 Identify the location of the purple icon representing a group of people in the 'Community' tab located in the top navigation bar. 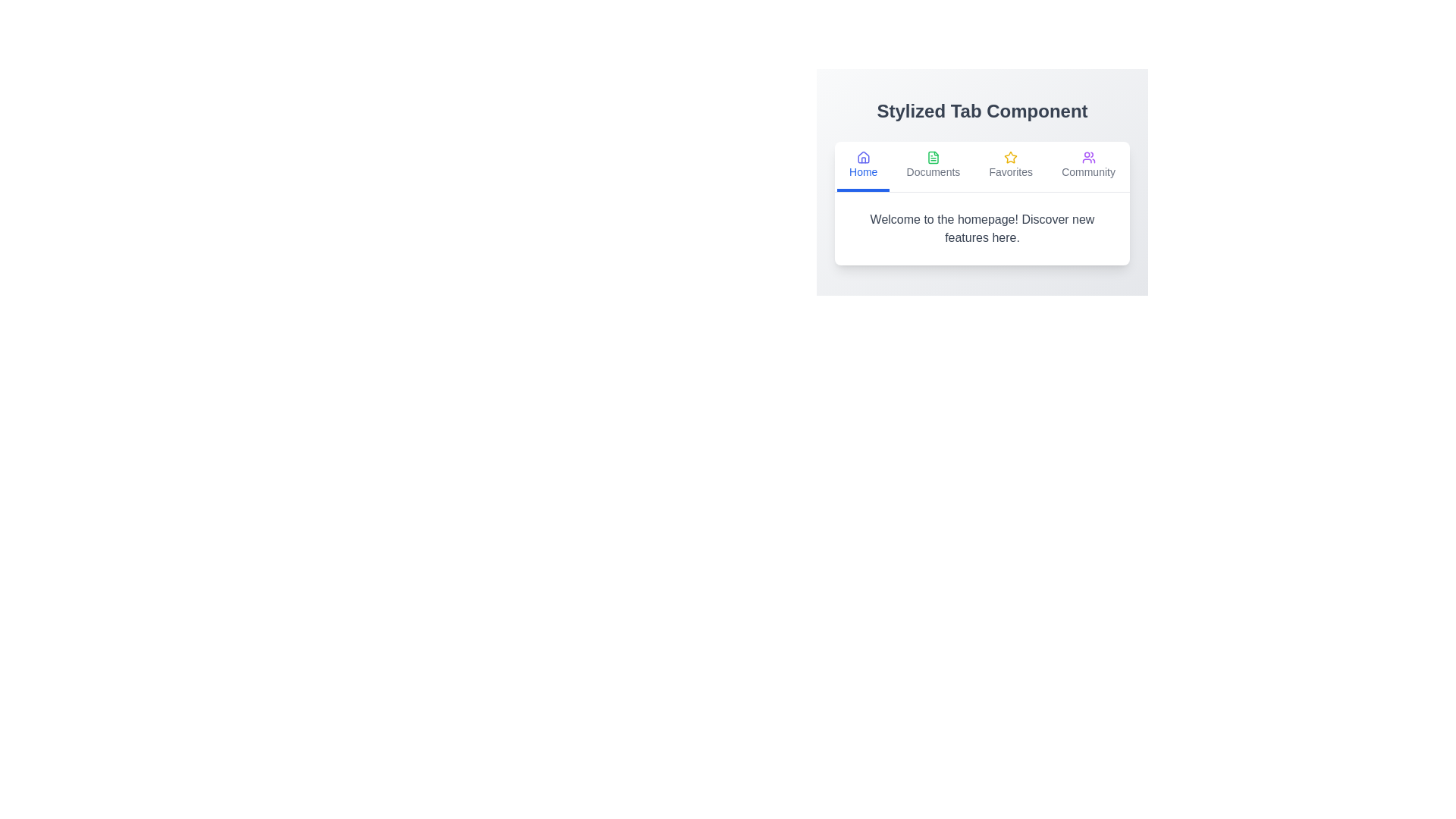
(1087, 158).